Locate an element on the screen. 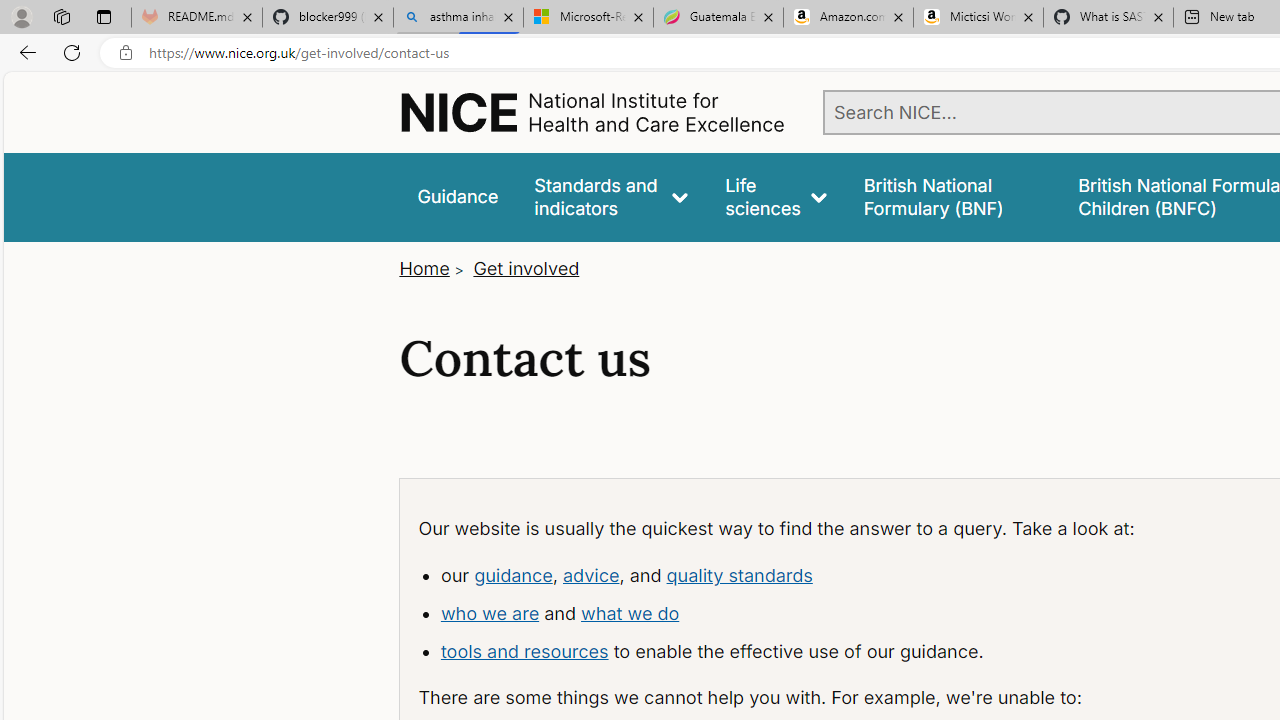  'Get involved' is located at coordinates (526, 267).